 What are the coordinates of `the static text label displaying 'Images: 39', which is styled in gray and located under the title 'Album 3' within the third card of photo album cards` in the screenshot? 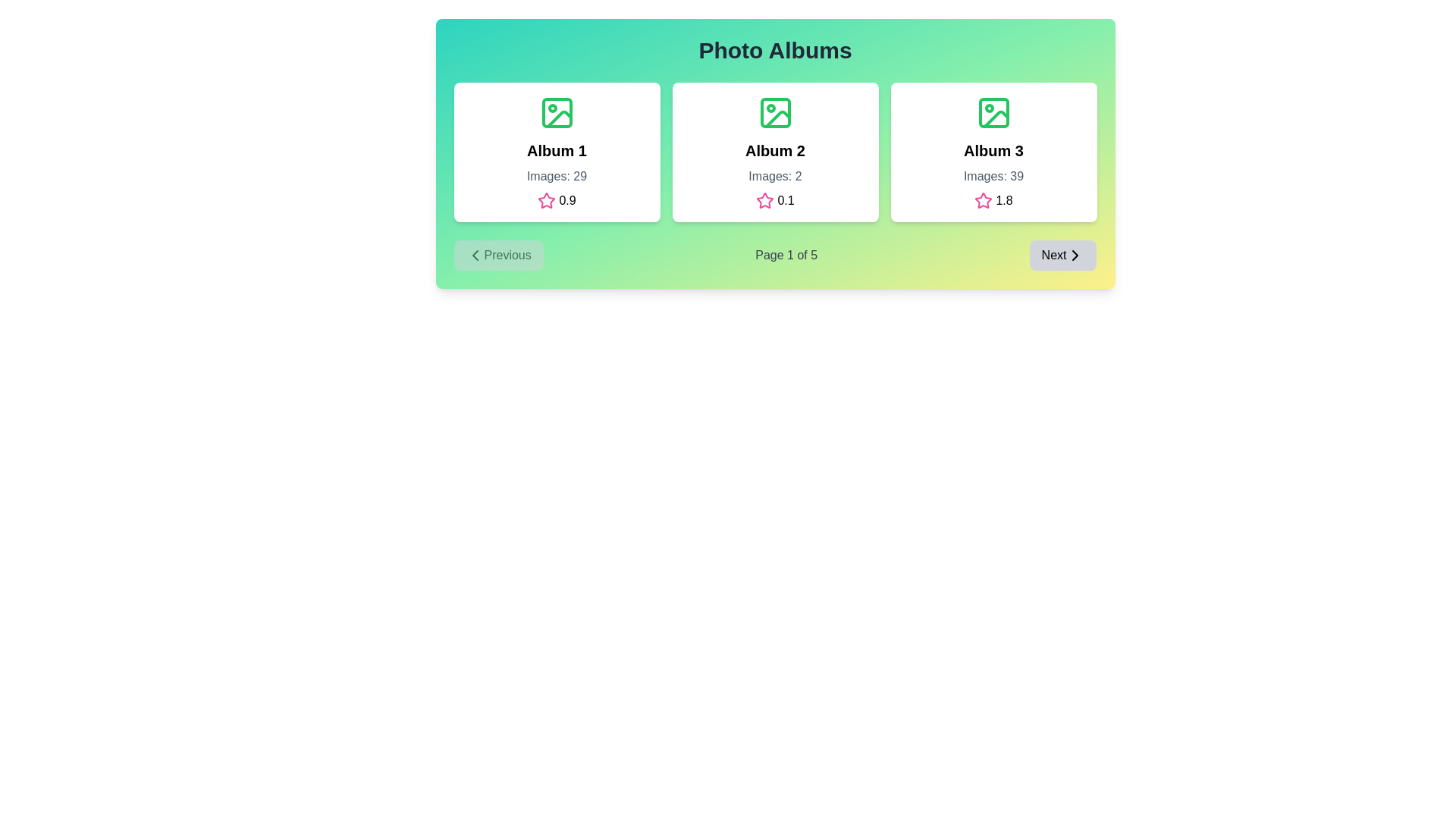 It's located at (993, 175).